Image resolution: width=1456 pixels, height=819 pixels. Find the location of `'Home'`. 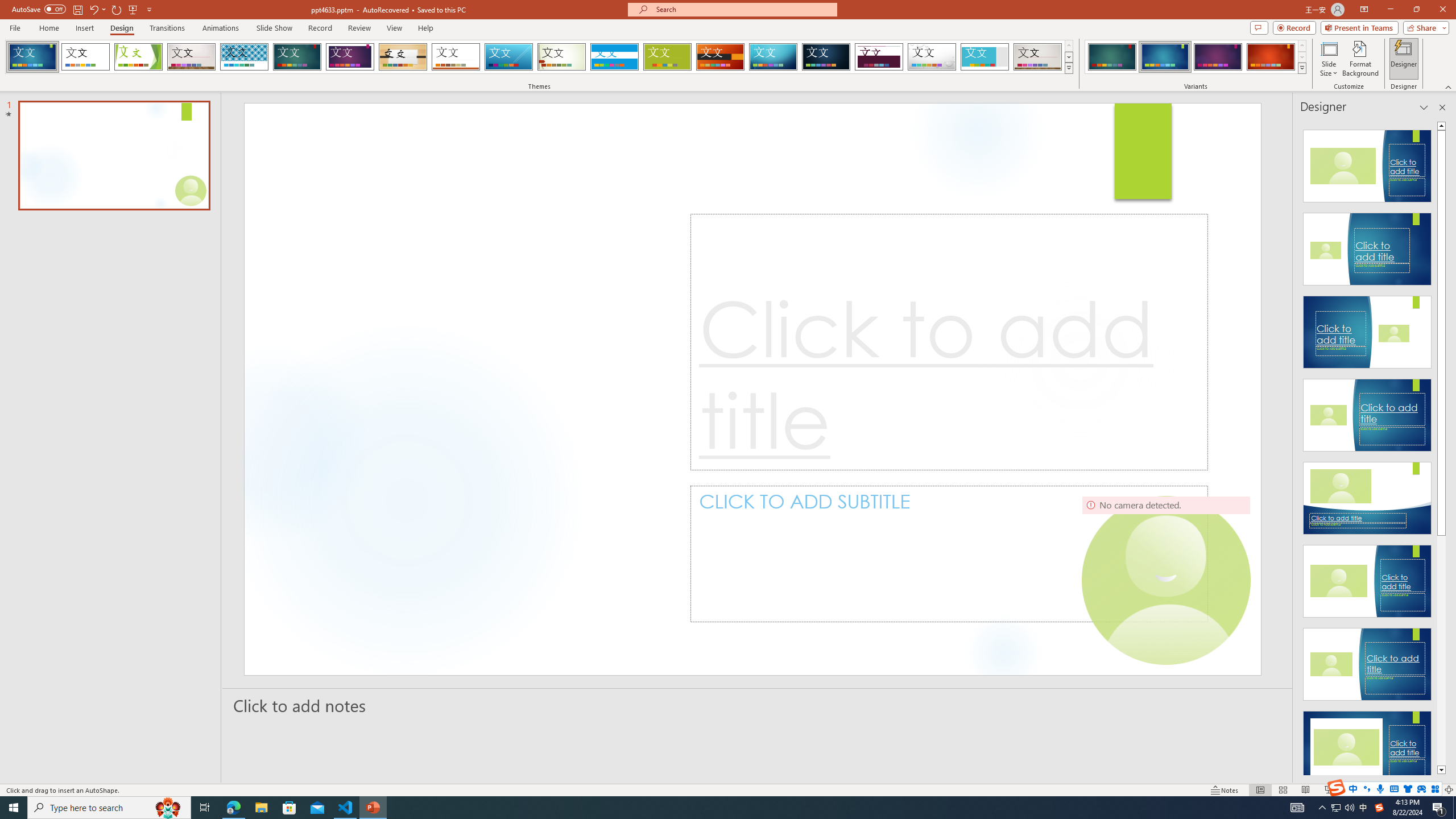

'Home' is located at coordinates (48, 28).